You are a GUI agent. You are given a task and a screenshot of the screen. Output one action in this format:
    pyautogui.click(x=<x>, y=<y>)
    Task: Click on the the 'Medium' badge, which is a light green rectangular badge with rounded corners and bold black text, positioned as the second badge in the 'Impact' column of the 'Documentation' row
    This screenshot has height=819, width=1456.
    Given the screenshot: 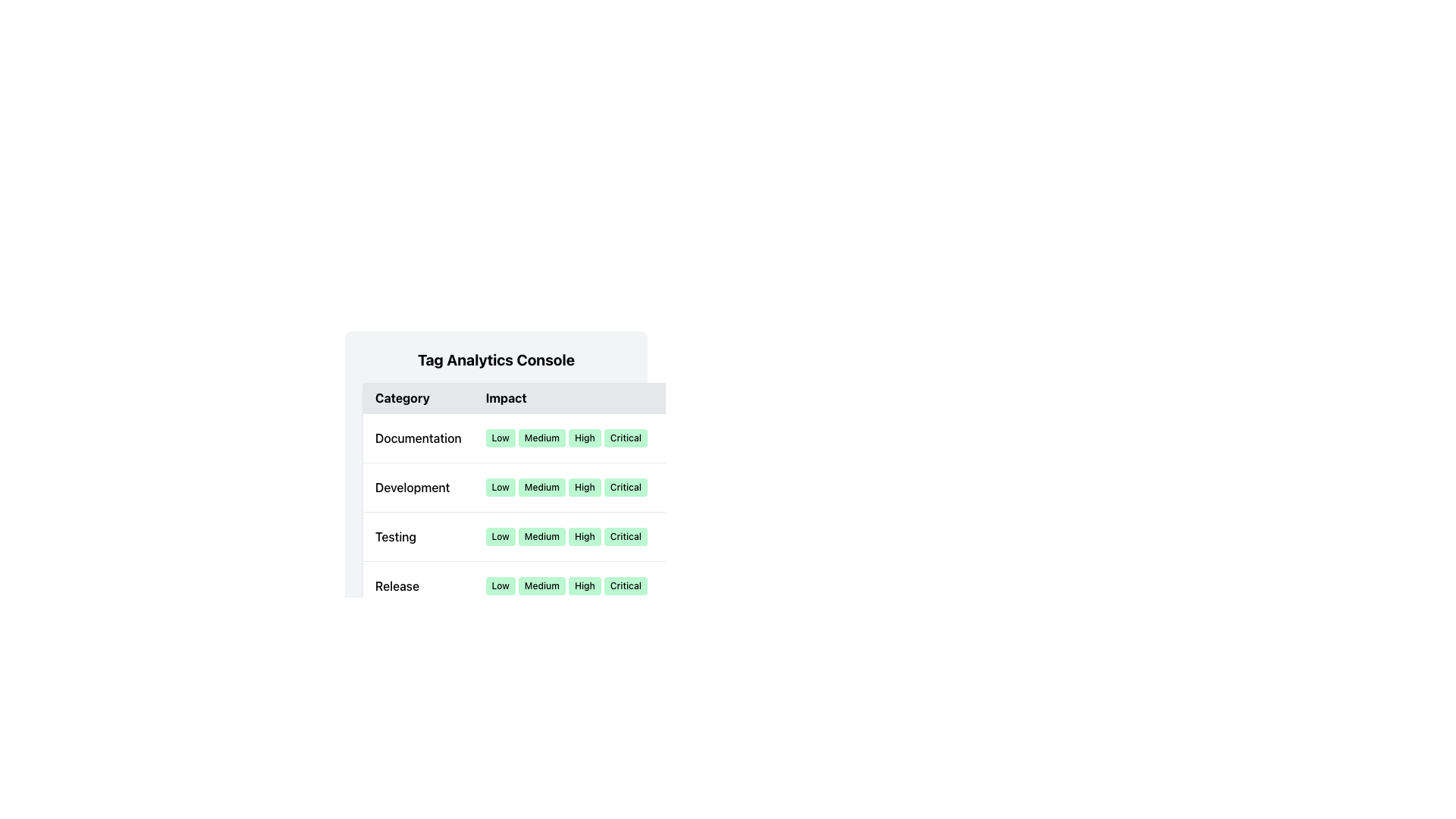 What is the action you would take?
    pyautogui.click(x=541, y=438)
    